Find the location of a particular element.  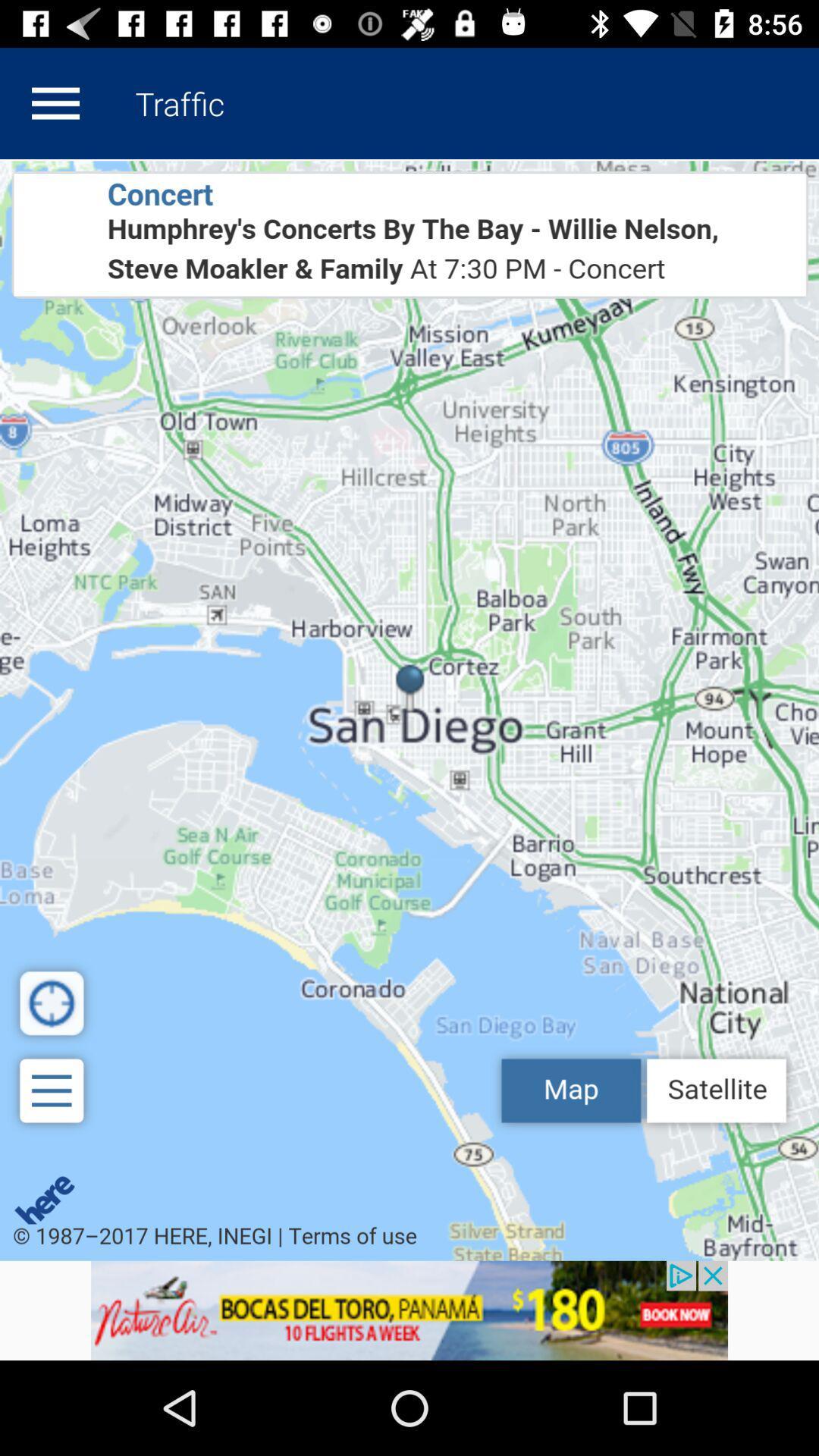

open menu is located at coordinates (55, 102).